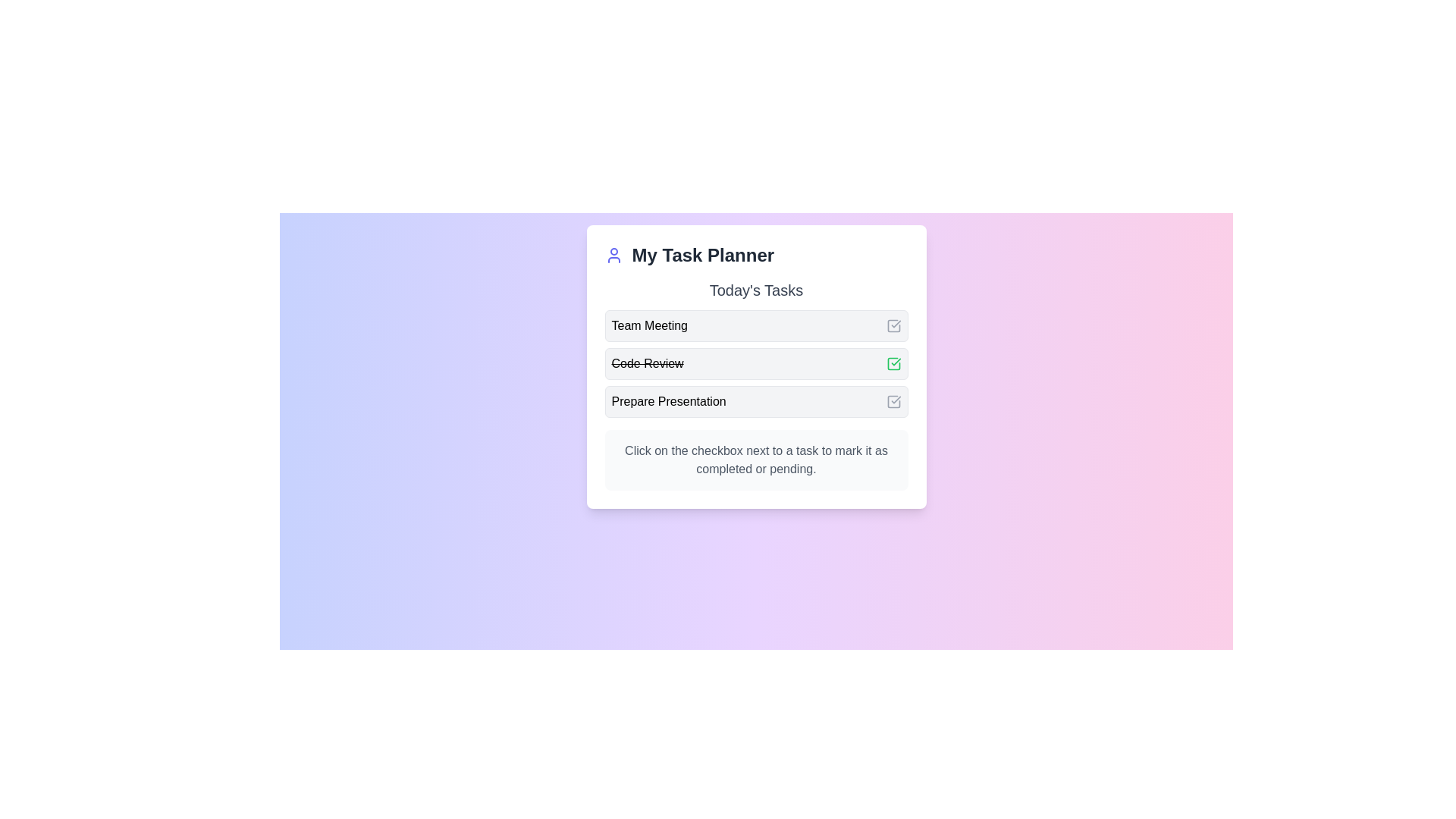 The width and height of the screenshot is (1456, 819). What do you see at coordinates (893, 363) in the screenshot?
I see `the interactive checkbox positioned to the right of the 'Code Review' task in the 'Today's Tasks' card` at bounding box center [893, 363].